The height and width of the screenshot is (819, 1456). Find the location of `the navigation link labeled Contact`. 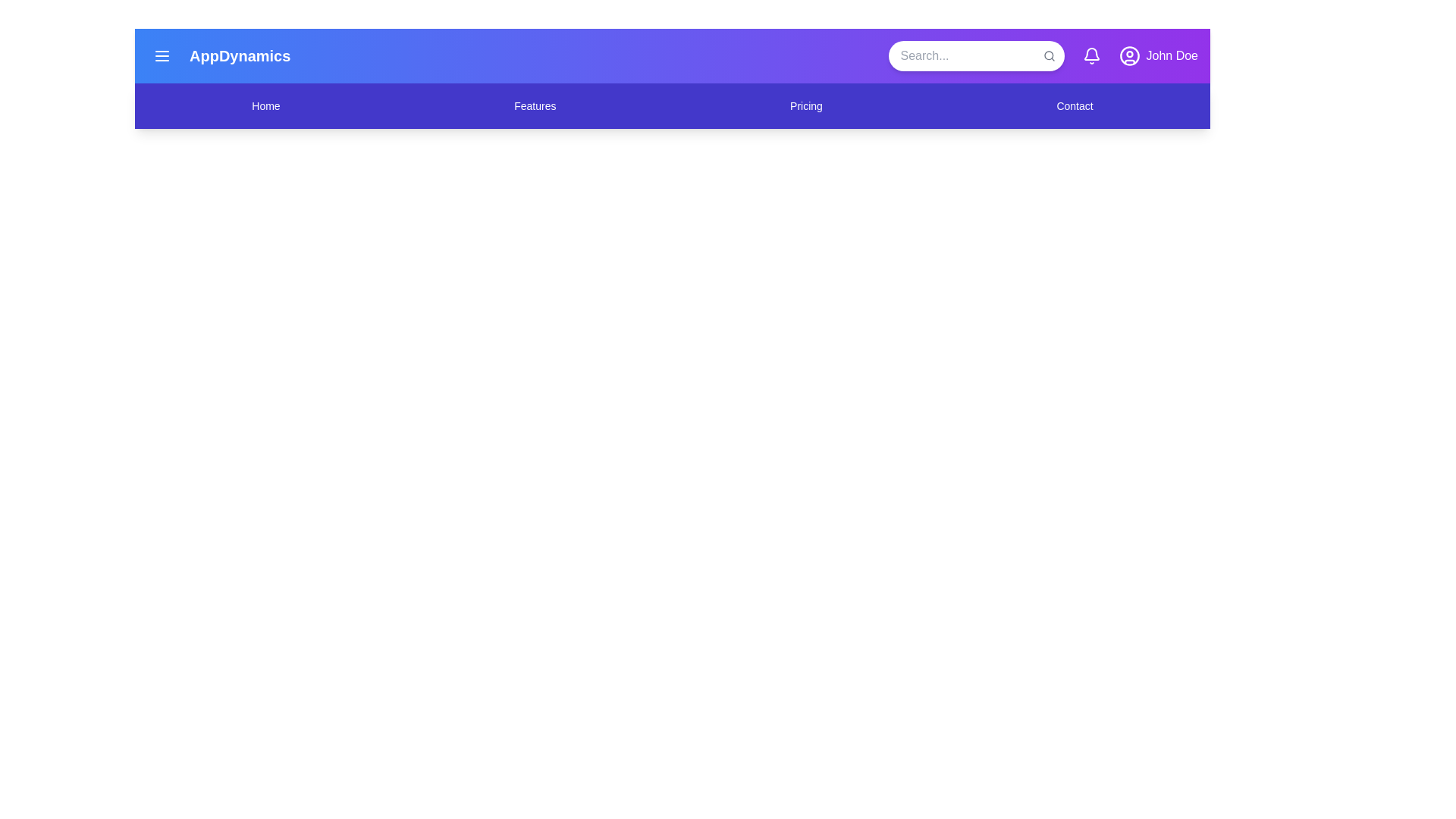

the navigation link labeled Contact is located at coordinates (1074, 105).